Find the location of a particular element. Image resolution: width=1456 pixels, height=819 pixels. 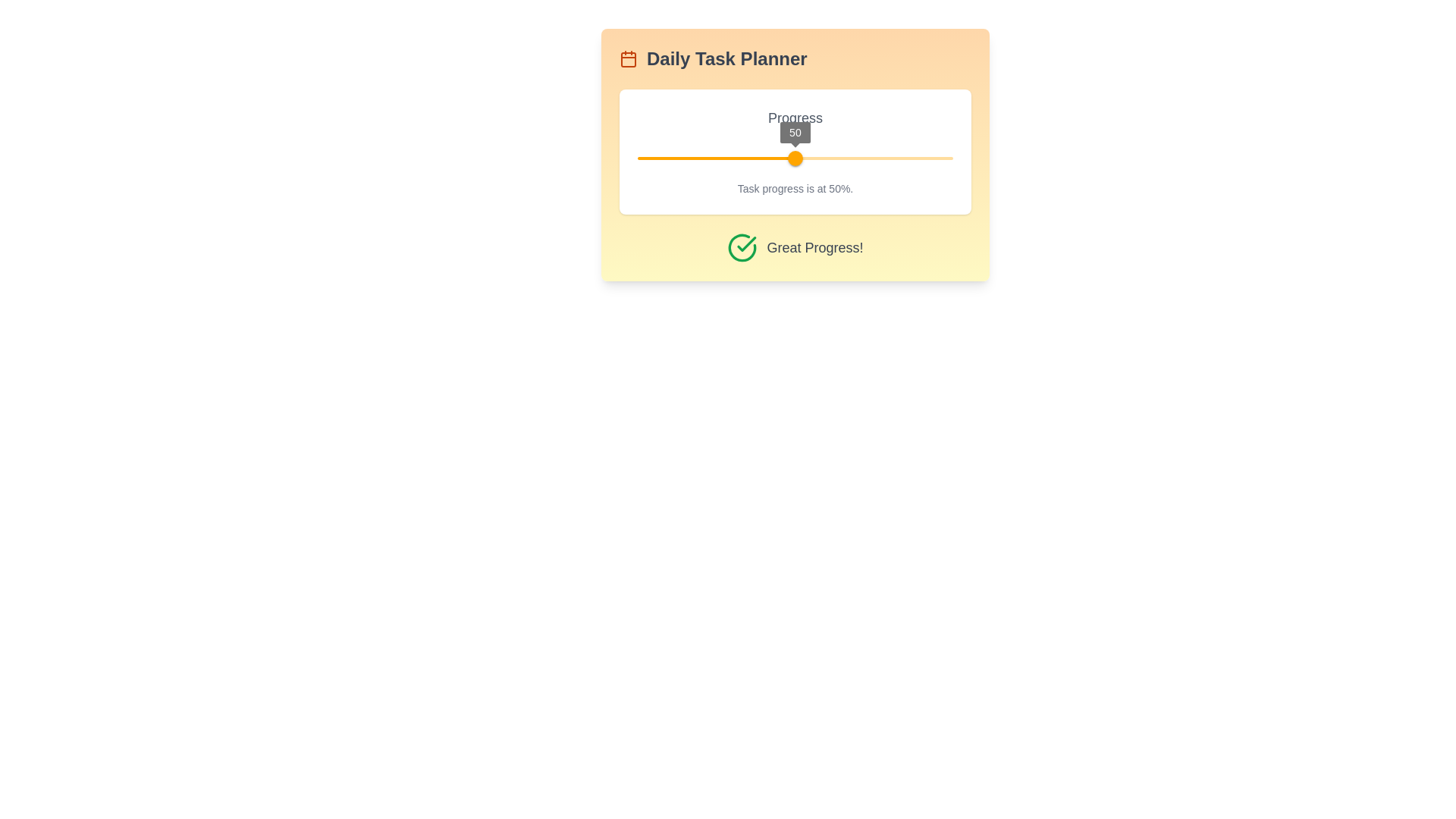

the slider's value is located at coordinates (908, 158).